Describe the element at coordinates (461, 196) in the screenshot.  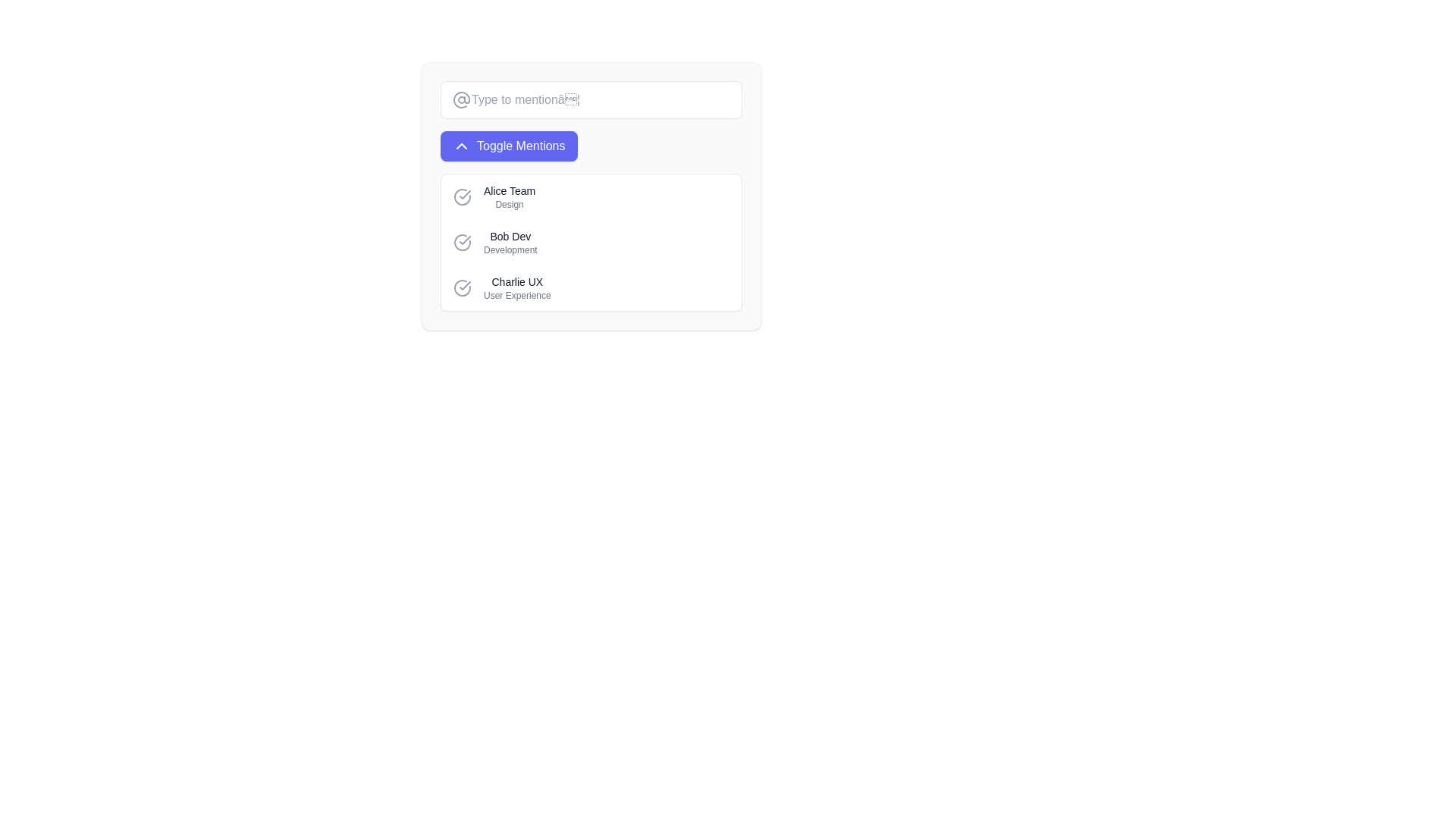
I see `the checkmark icon indicating the 'Alice Team' entry` at that location.